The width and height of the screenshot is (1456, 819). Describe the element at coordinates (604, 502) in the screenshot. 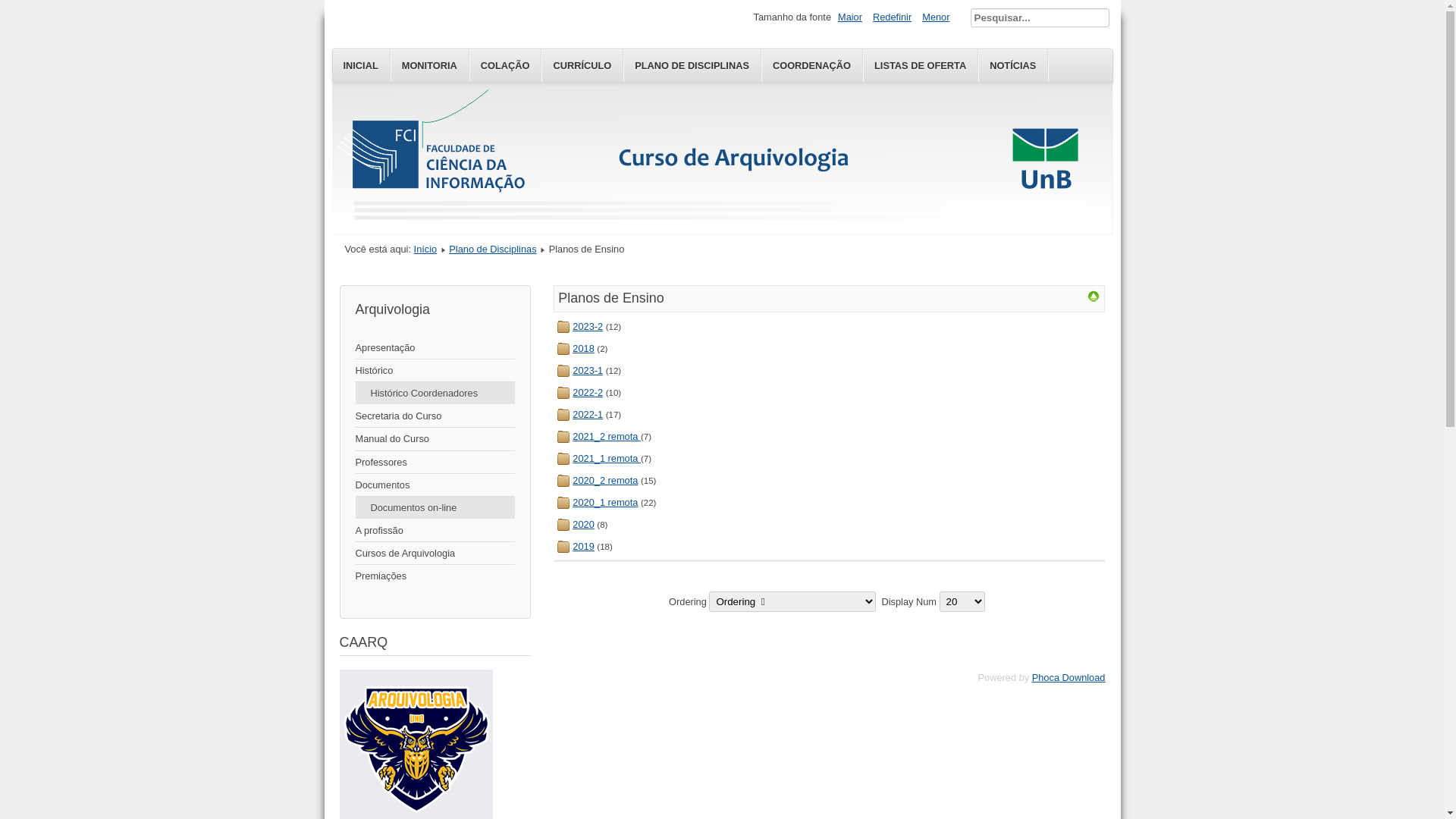

I see `'2020_1 remota'` at that location.